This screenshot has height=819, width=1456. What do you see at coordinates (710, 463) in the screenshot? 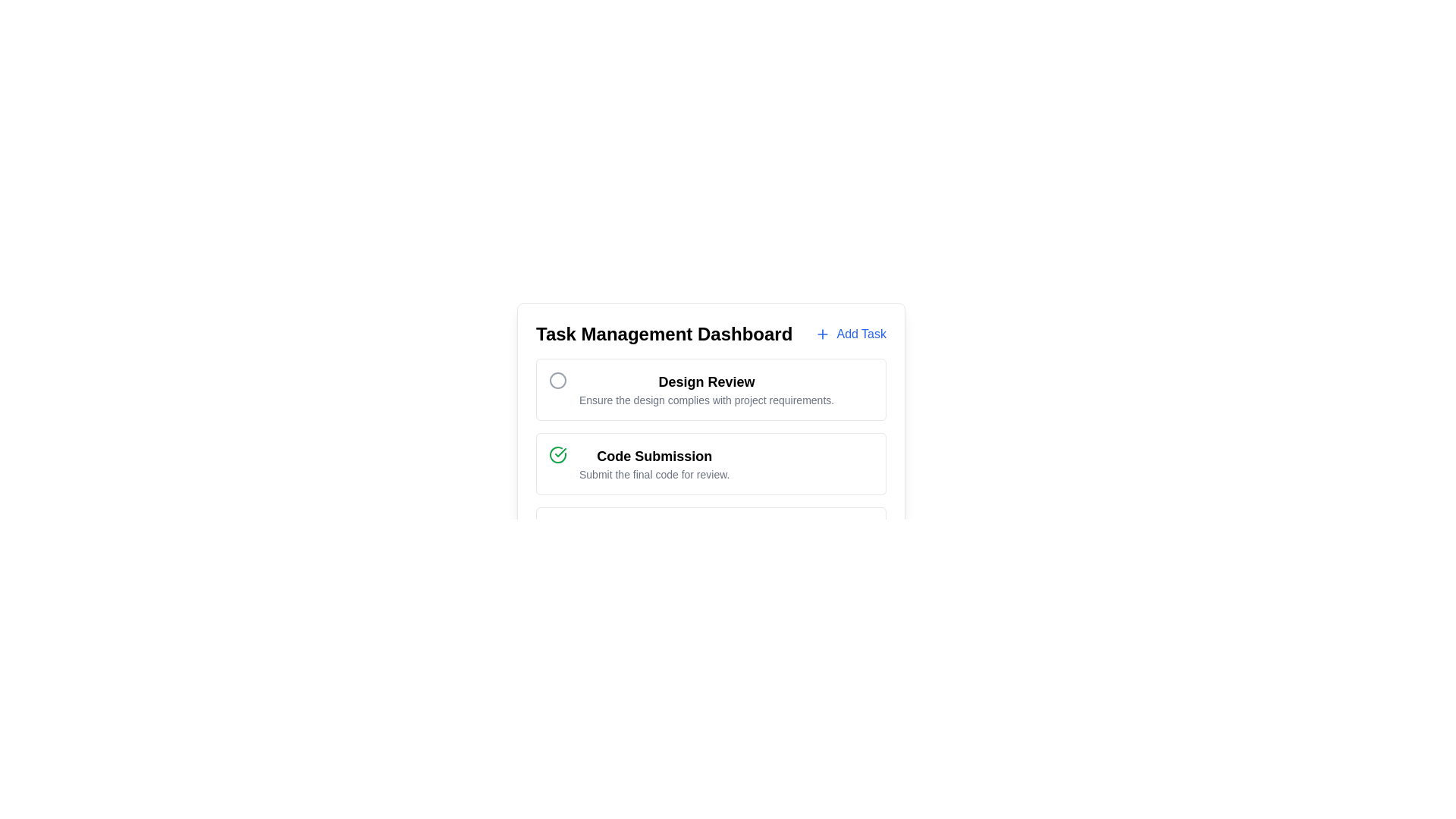
I see `the second task entry component in the task management application, located below 'Design Review' and above 'Client Meeting'` at bounding box center [710, 463].